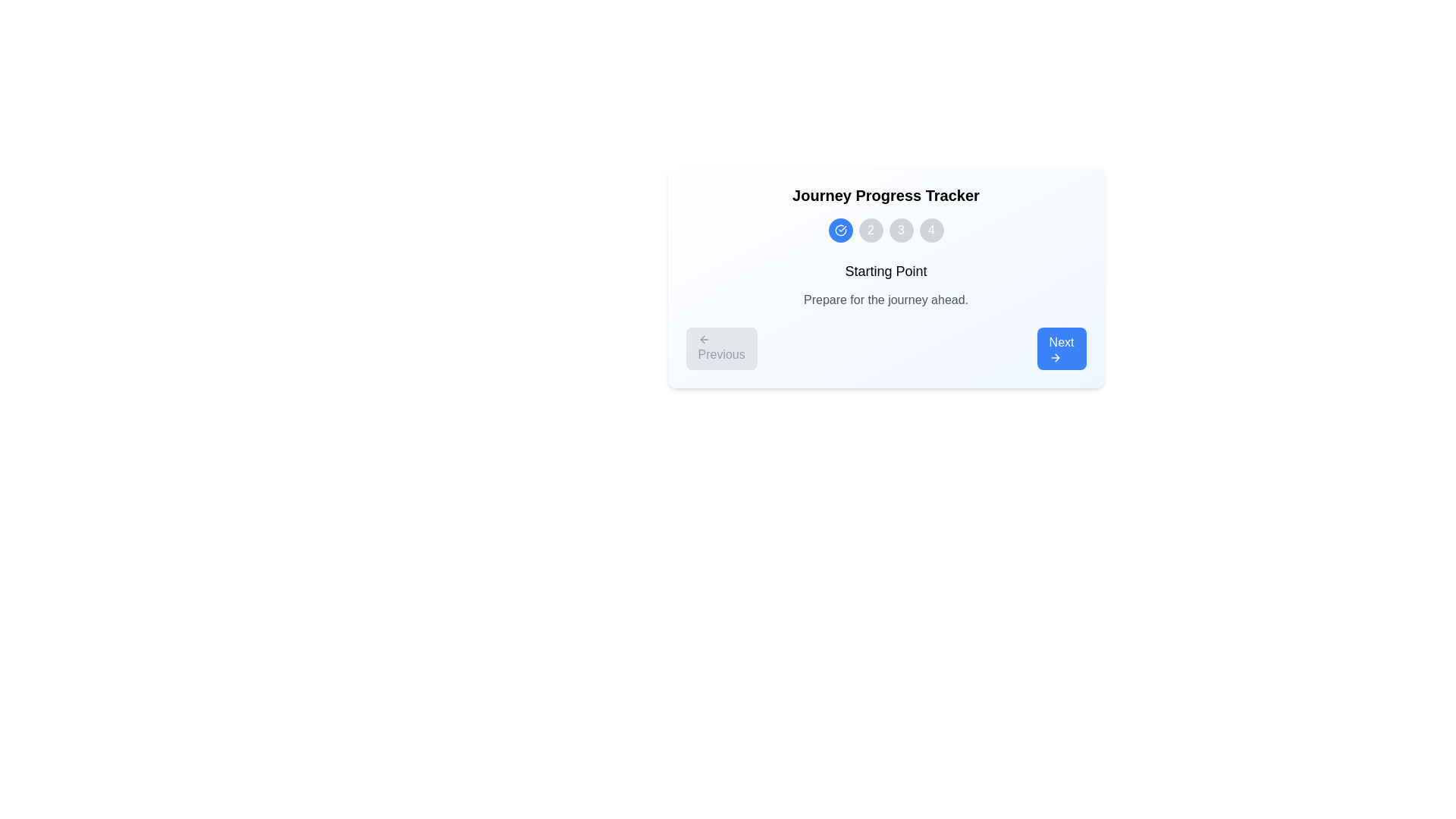 This screenshot has width=1456, height=819. I want to click on the first circular Icon Button in the Journey Progress Tracker section, which indicates a completed step, so click(839, 231).